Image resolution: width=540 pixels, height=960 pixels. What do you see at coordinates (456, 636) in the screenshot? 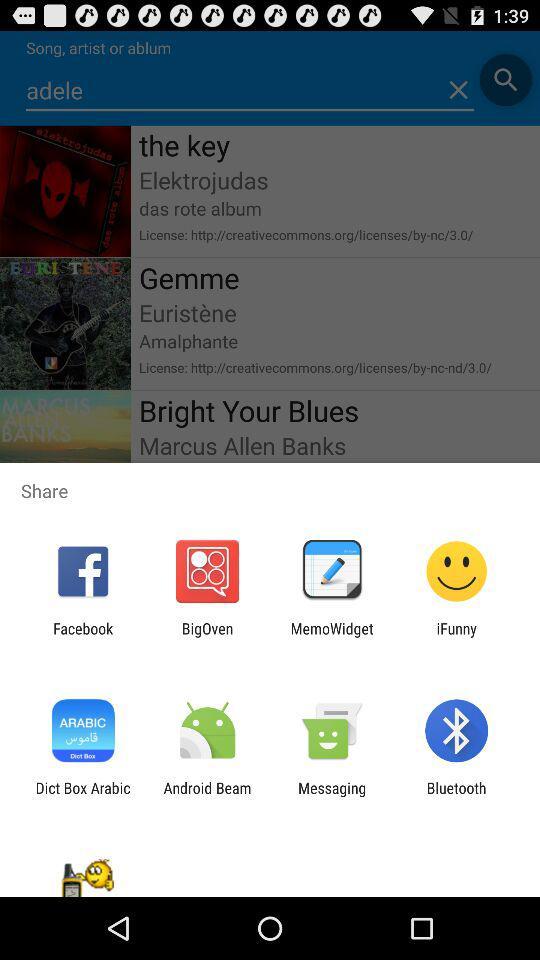
I see `ifunny item` at bounding box center [456, 636].